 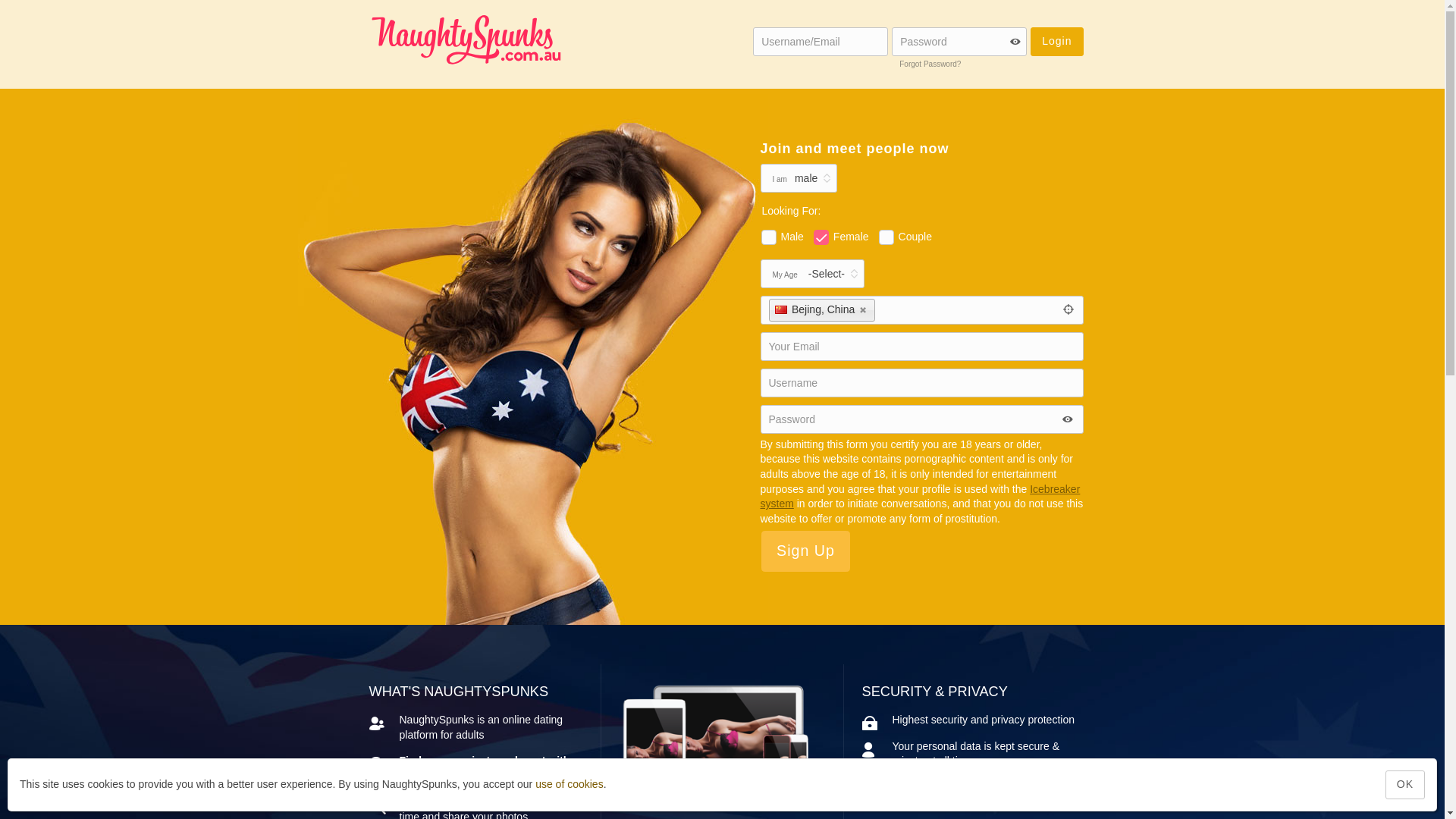 What do you see at coordinates (971, 786) in the screenshot?
I see `'Privacy Policy'` at bounding box center [971, 786].